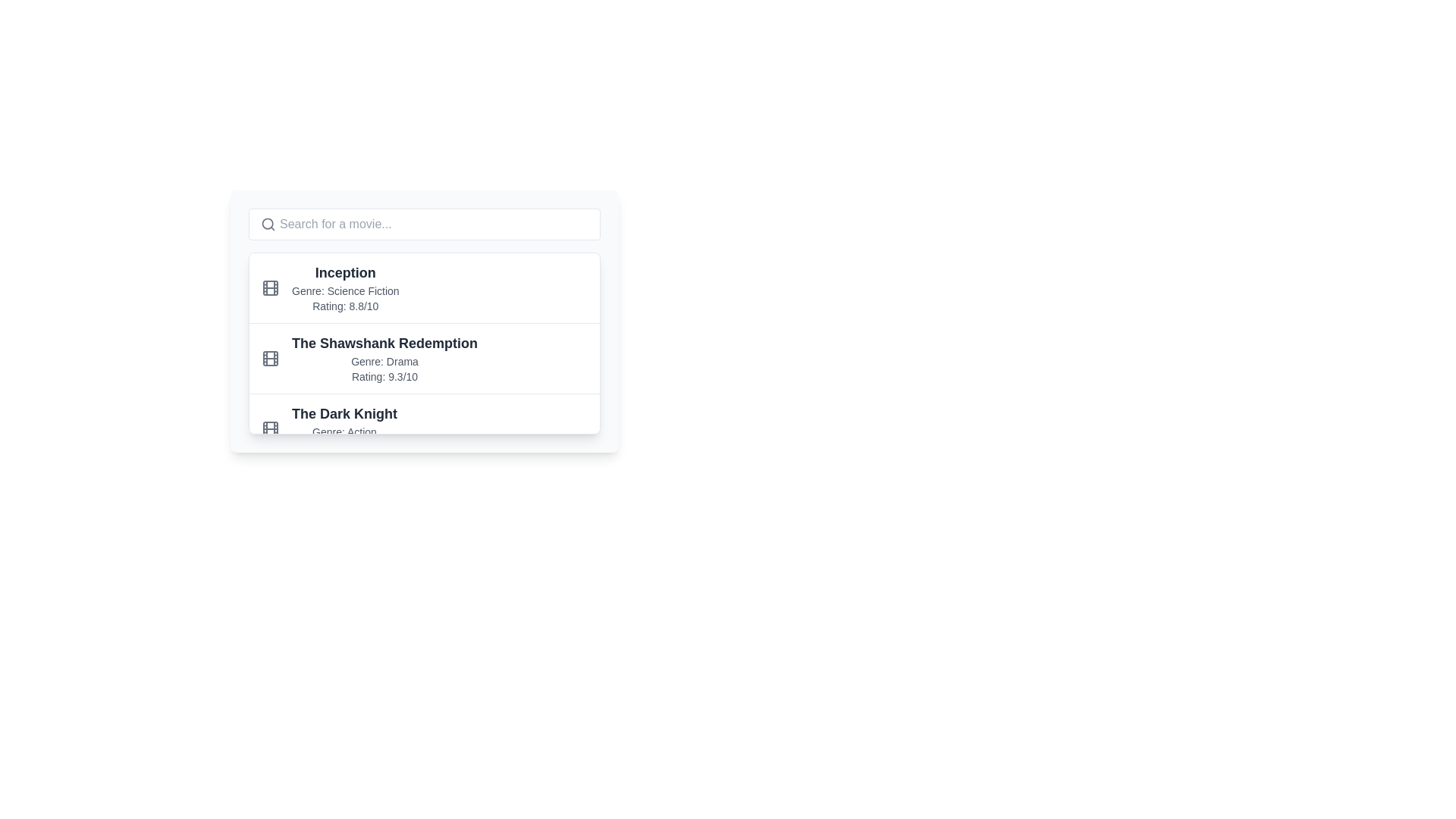 Image resolution: width=1456 pixels, height=819 pixels. What do you see at coordinates (384, 343) in the screenshot?
I see `the bolded text 'The Shawshank Redemption' which is prominently displayed above the 'Genre: Drama' and 'Rating: 9.3/10' text` at bounding box center [384, 343].